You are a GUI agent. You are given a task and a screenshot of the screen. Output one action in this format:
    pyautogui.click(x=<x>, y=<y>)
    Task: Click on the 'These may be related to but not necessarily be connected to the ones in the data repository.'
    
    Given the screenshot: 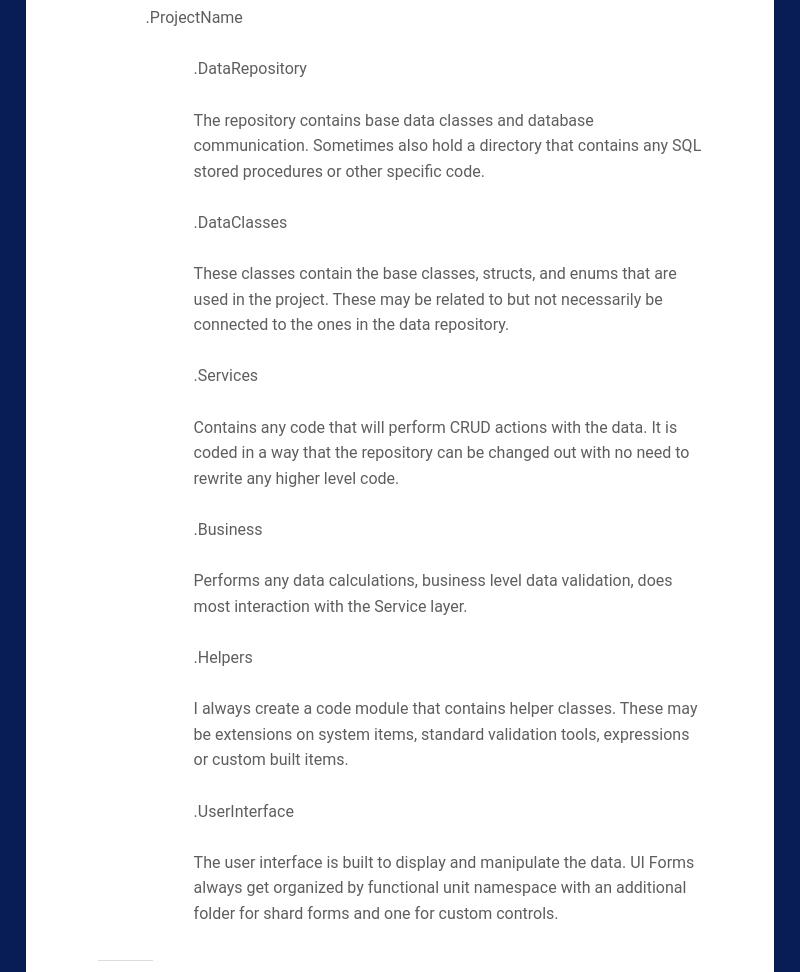 What is the action you would take?
    pyautogui.click(x=427, y=310)
    